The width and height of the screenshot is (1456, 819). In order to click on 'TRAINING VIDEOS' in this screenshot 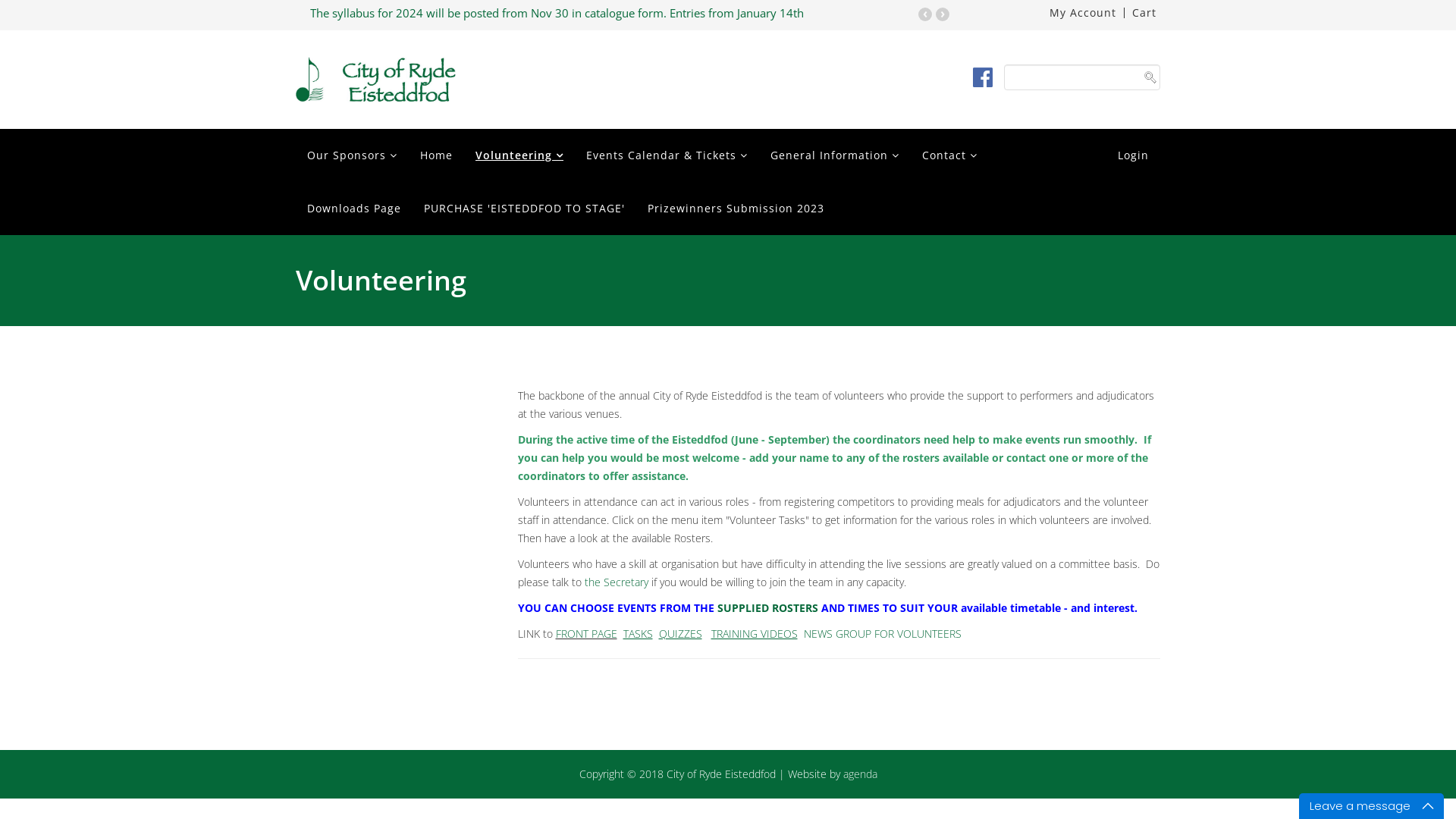, I will do `click(754, 633)`.